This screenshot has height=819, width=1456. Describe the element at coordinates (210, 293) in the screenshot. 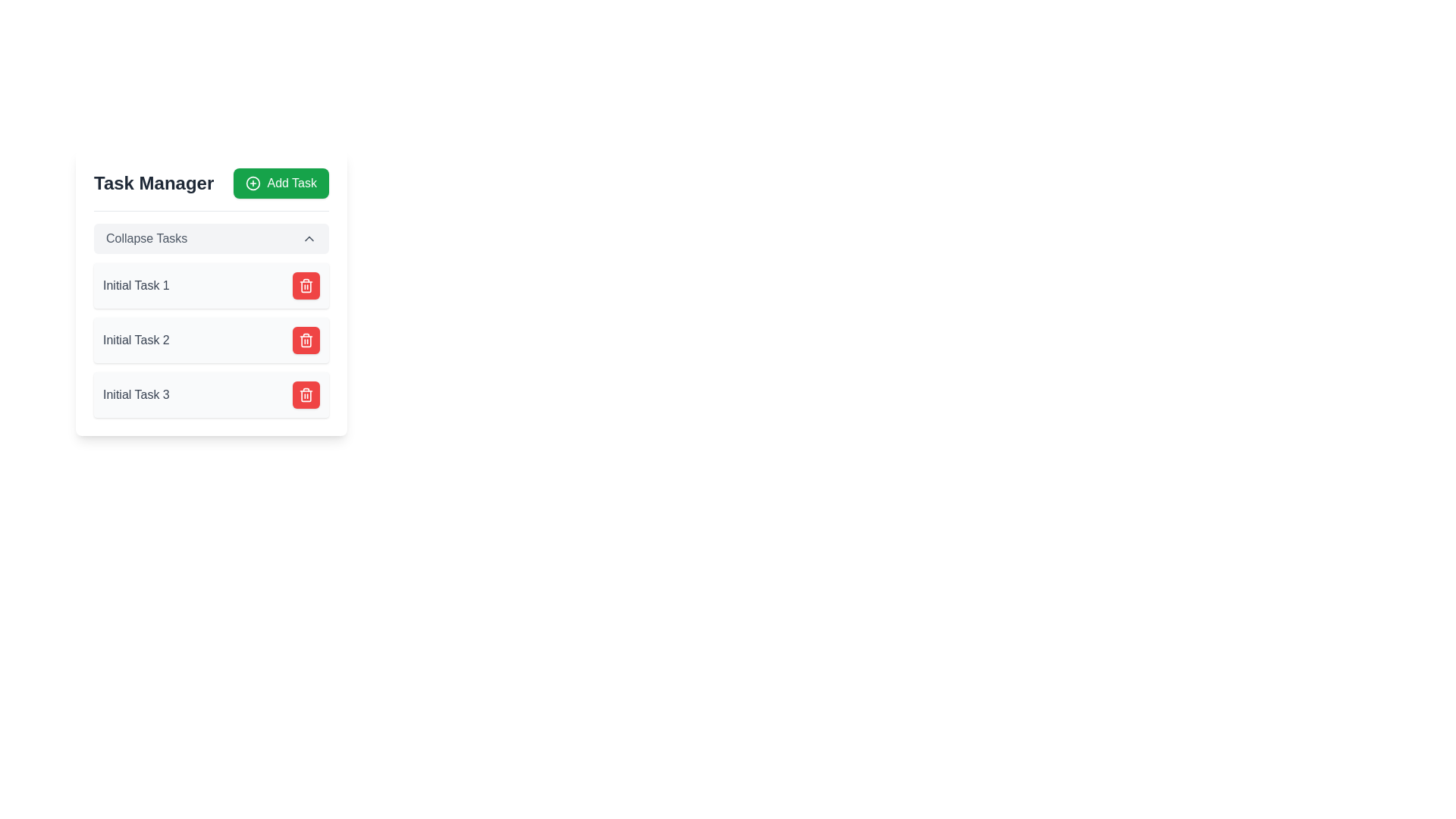

I see `the first task item` at that location.